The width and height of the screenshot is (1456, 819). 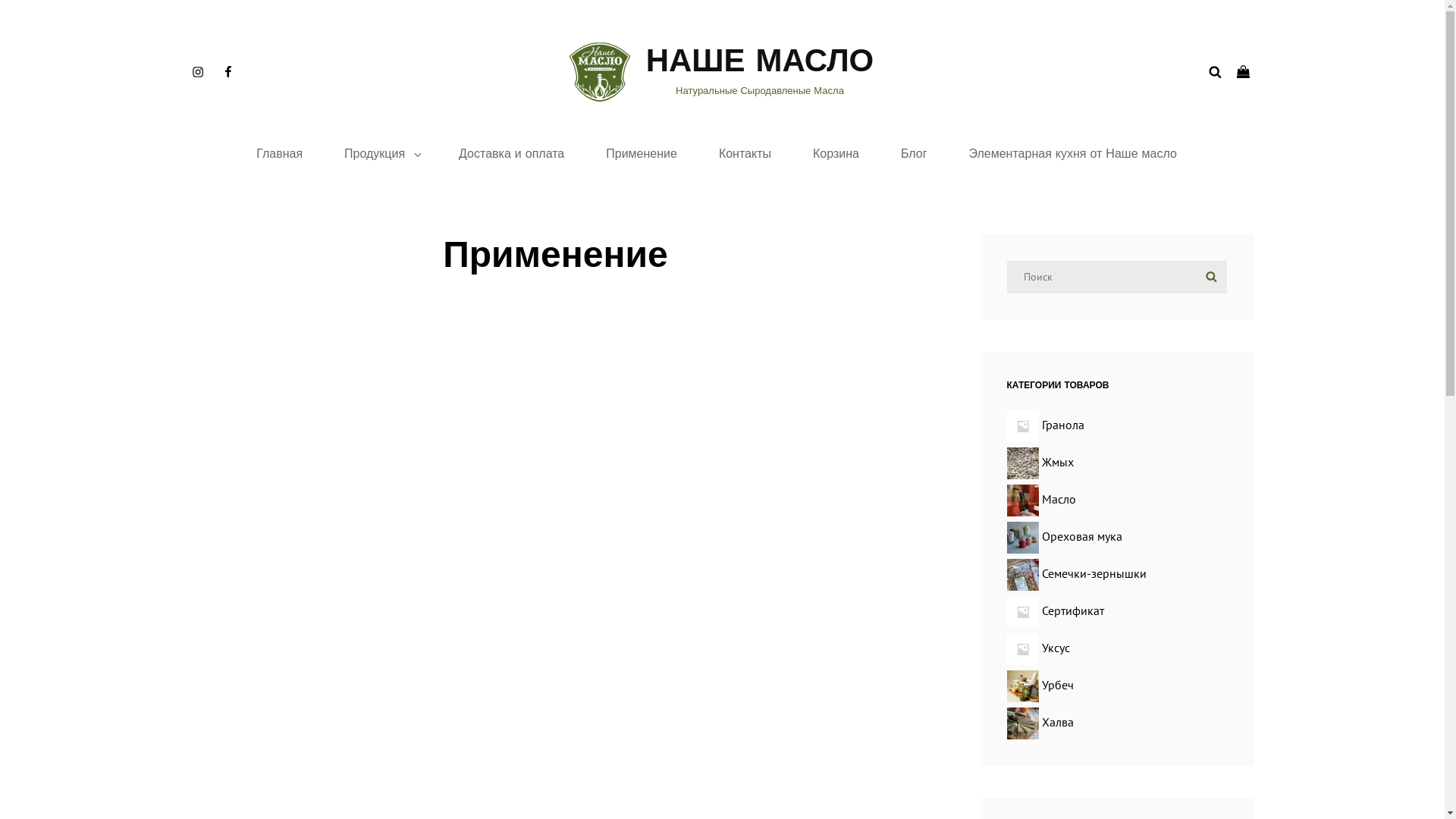 What do you see at coordinates (226, 72) in the screenshot?
I see `'Fb'` at bounding box center [226, 72].